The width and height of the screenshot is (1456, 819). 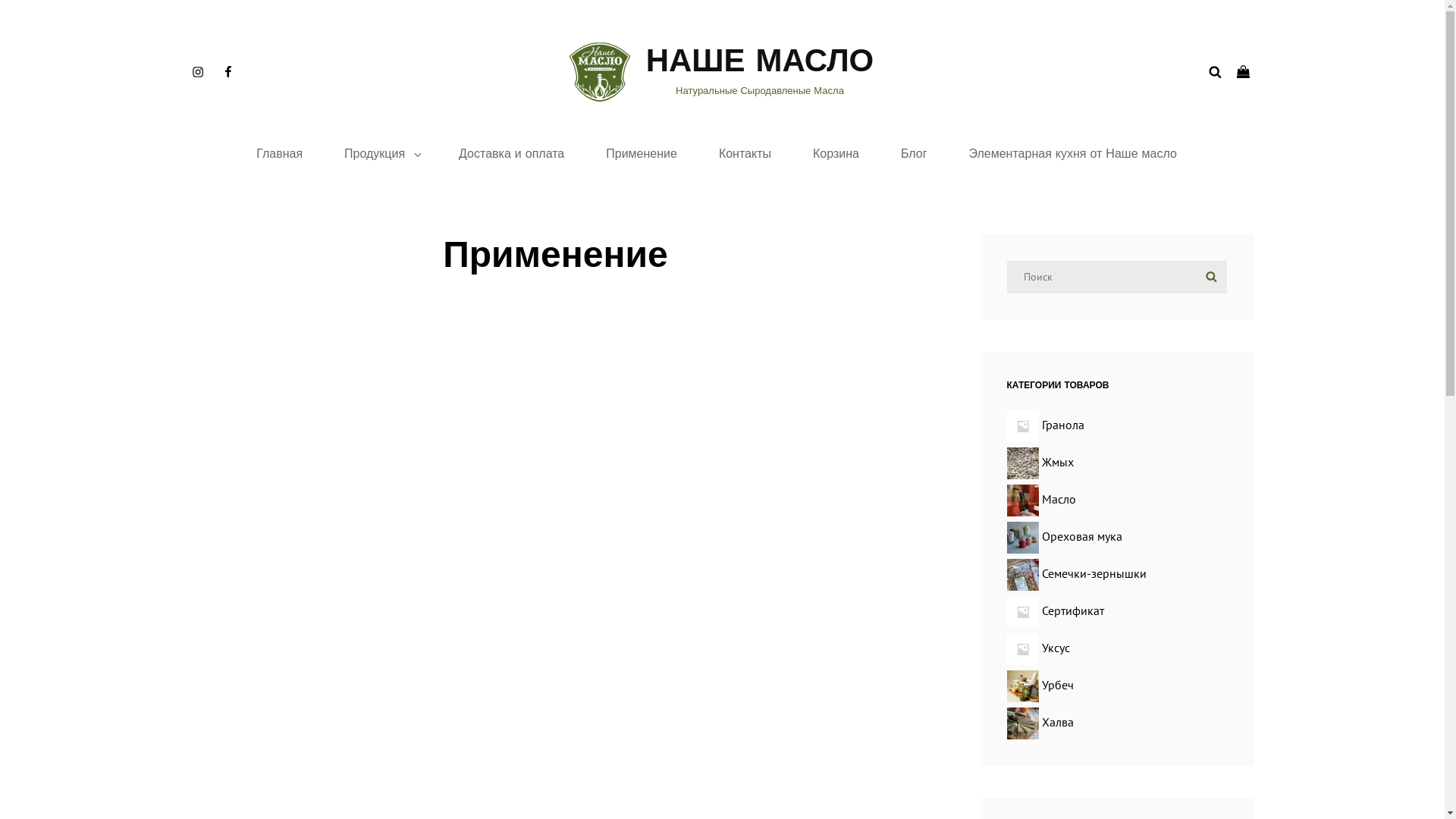 What do you see at coordinates (226, 72) in the screenshot?
I see `'Fb'` at bounding box center [226, 72].